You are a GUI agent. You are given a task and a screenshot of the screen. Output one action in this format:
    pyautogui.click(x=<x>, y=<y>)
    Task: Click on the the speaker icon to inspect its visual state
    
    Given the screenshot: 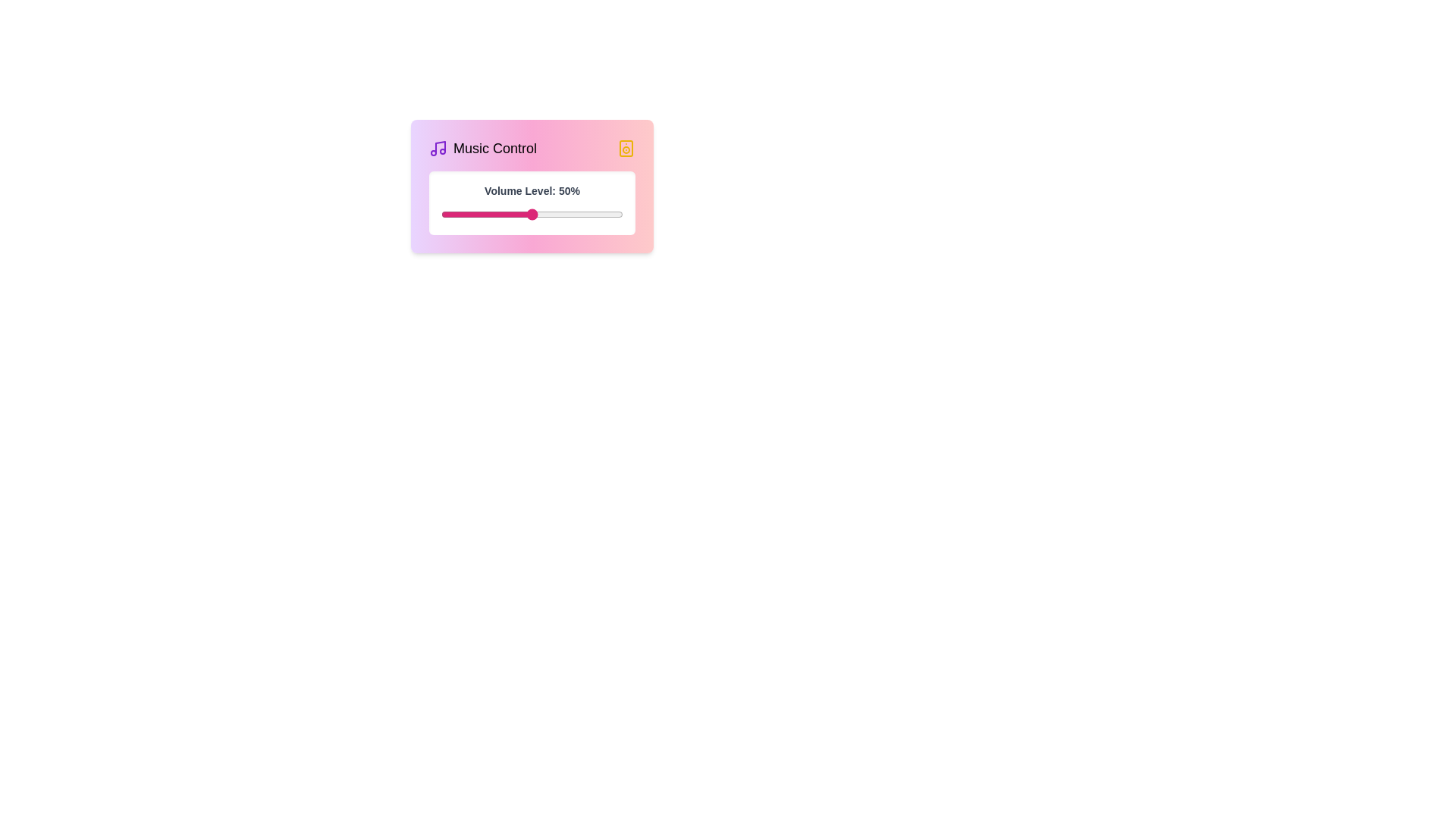 What is the action you would take?
    pyautogui.click(x=626, y=149)
    